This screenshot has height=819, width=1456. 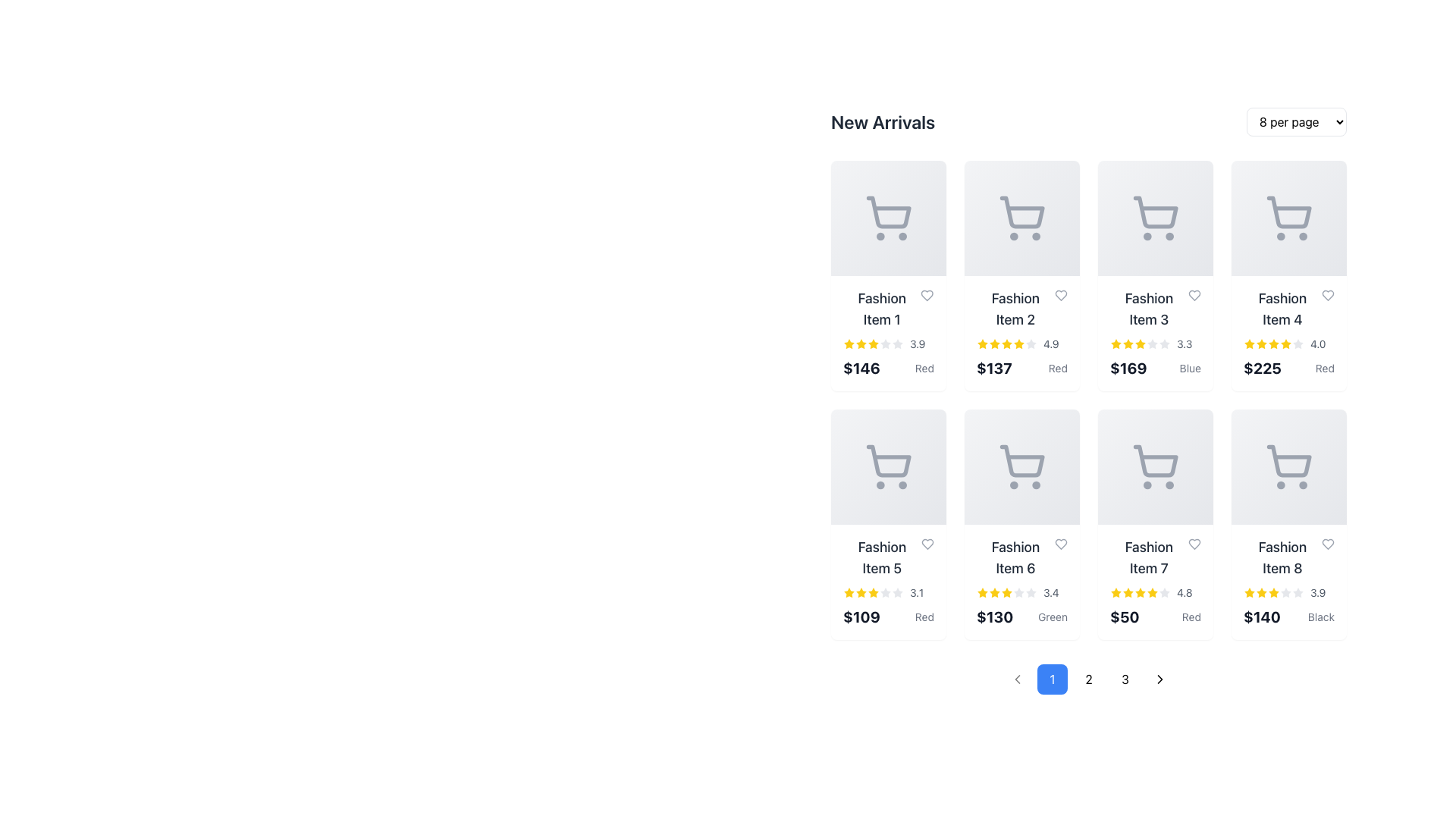 What do you see at coordinates (848, 592) in the screenshot?
I see `the first star icon in the rating section of the product labeled 'Fashion Item 5', which indicates a 3.1 rating` at bounding box center [848, 592].